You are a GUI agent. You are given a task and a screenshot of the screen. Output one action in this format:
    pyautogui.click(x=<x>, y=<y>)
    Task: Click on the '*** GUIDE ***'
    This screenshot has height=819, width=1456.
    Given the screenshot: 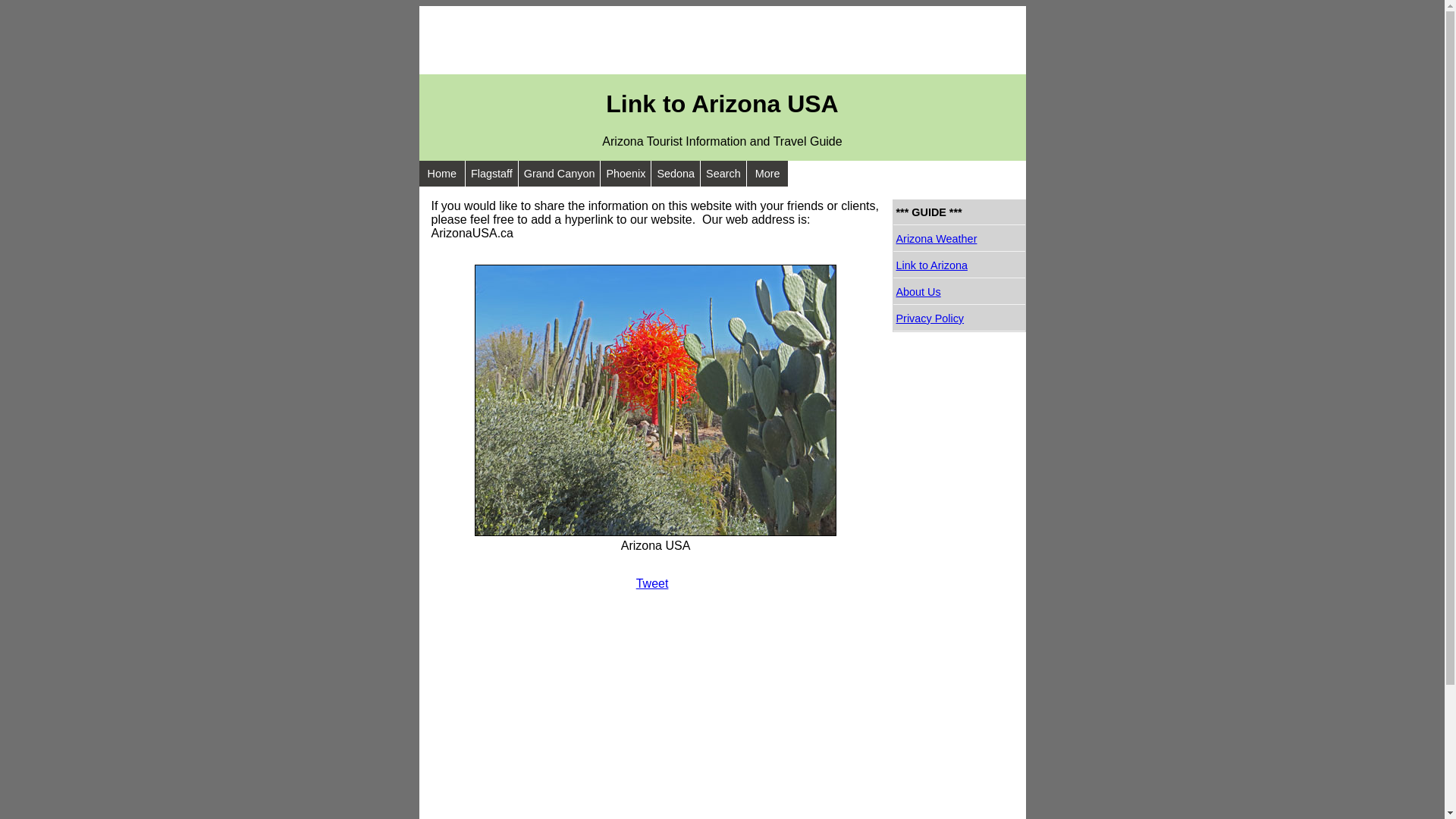 What is the action you would take?
    pyautogui.click(x=959, y=212)
    